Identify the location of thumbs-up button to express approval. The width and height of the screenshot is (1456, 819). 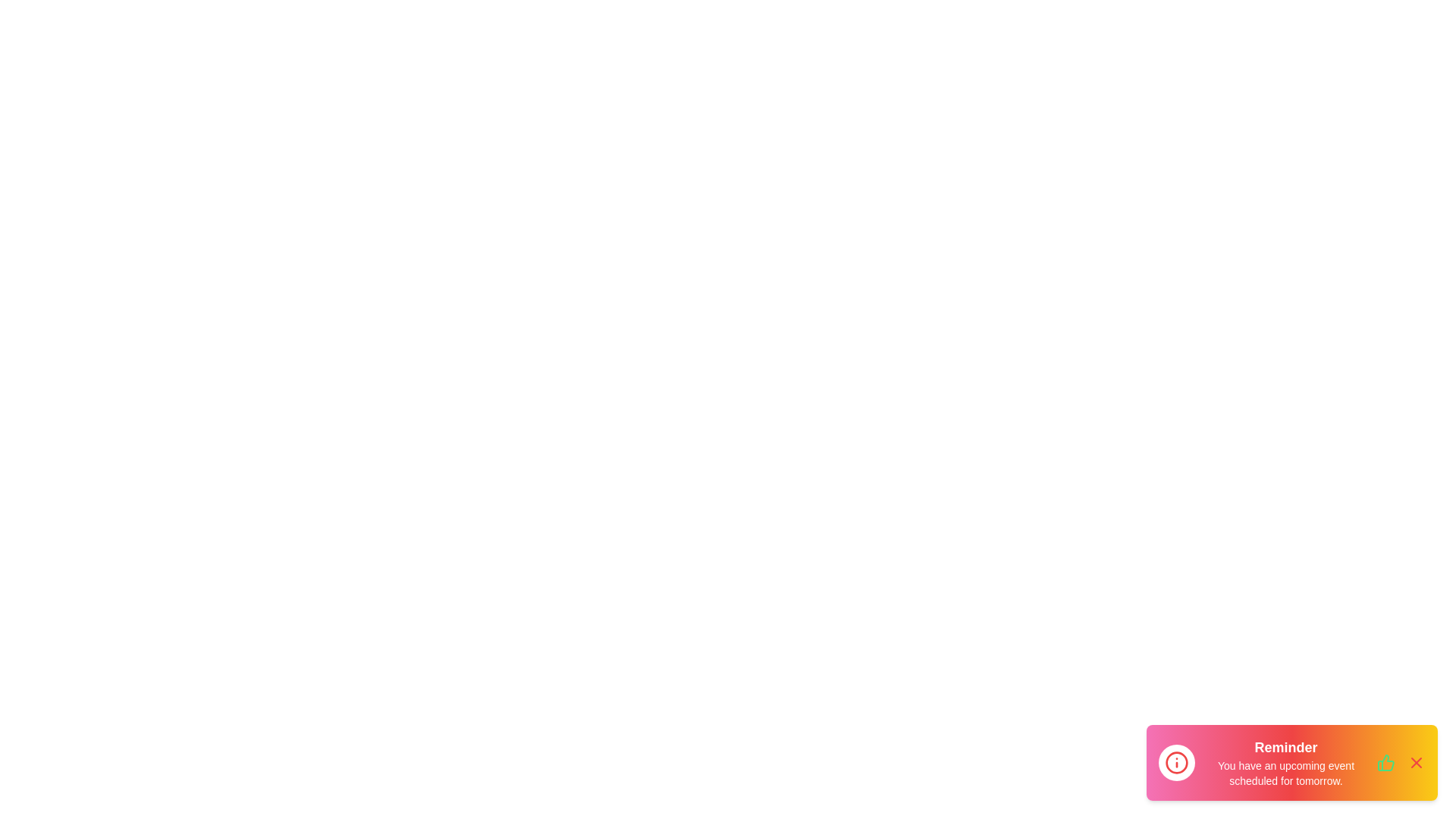
(1386, 763).